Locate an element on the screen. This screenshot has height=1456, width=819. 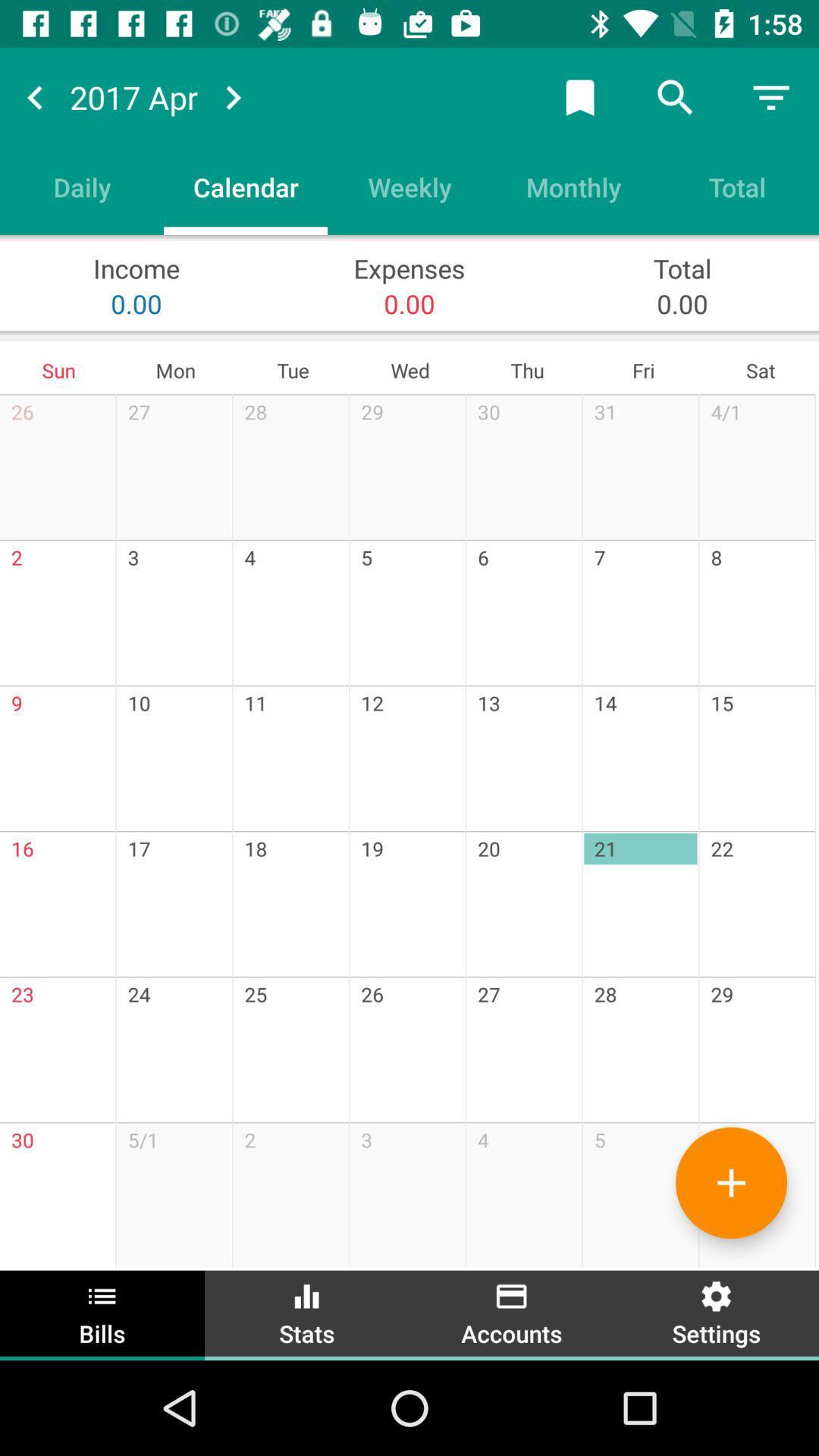
date is located at coordinates (579, 96).